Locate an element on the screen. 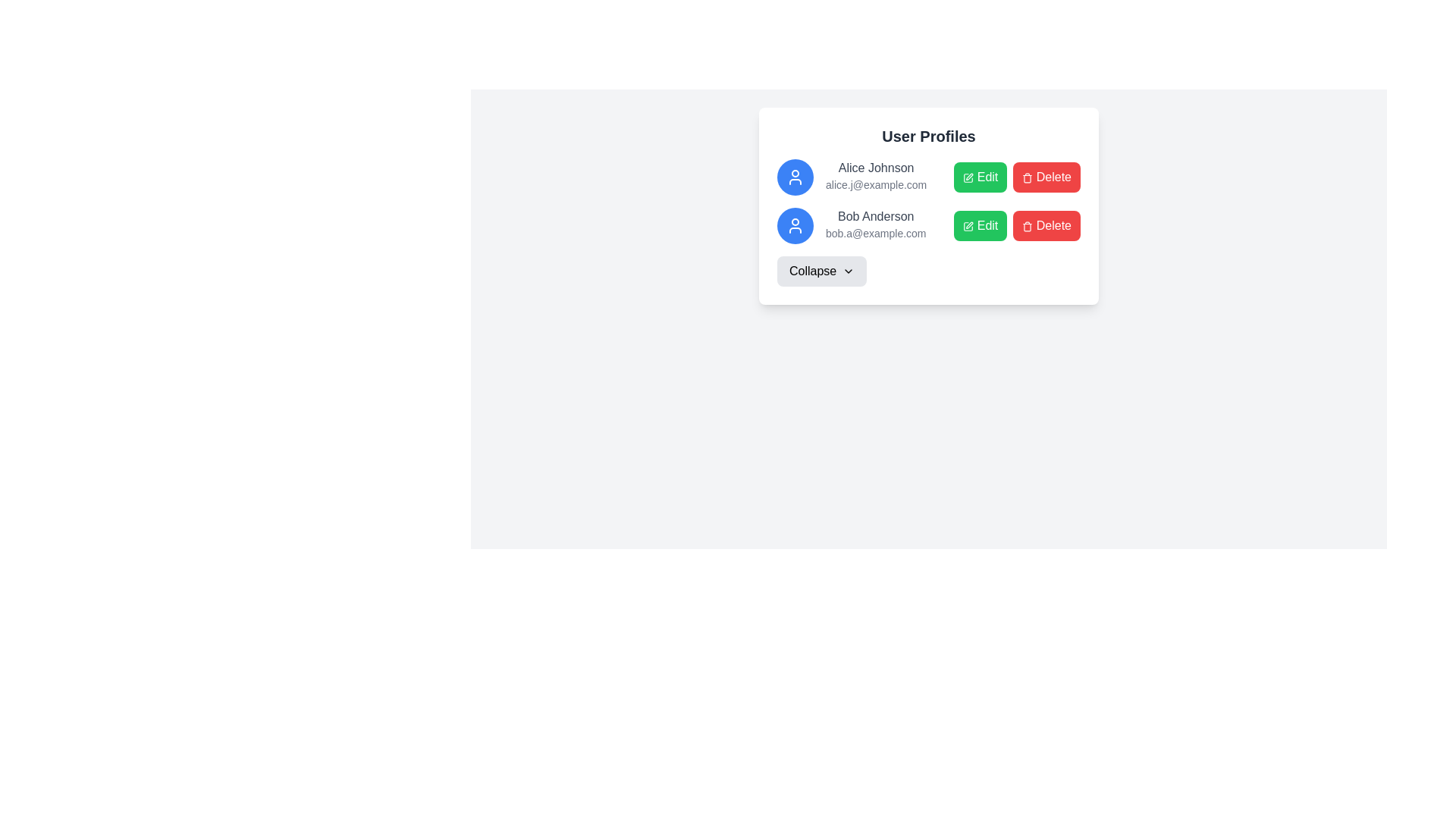 This screenshot has width=1456, height=819. the delete icon in the 'Delete' button located to the right of Bob Anderson's user entry in the profile card is located at coordinates (1028, 177).